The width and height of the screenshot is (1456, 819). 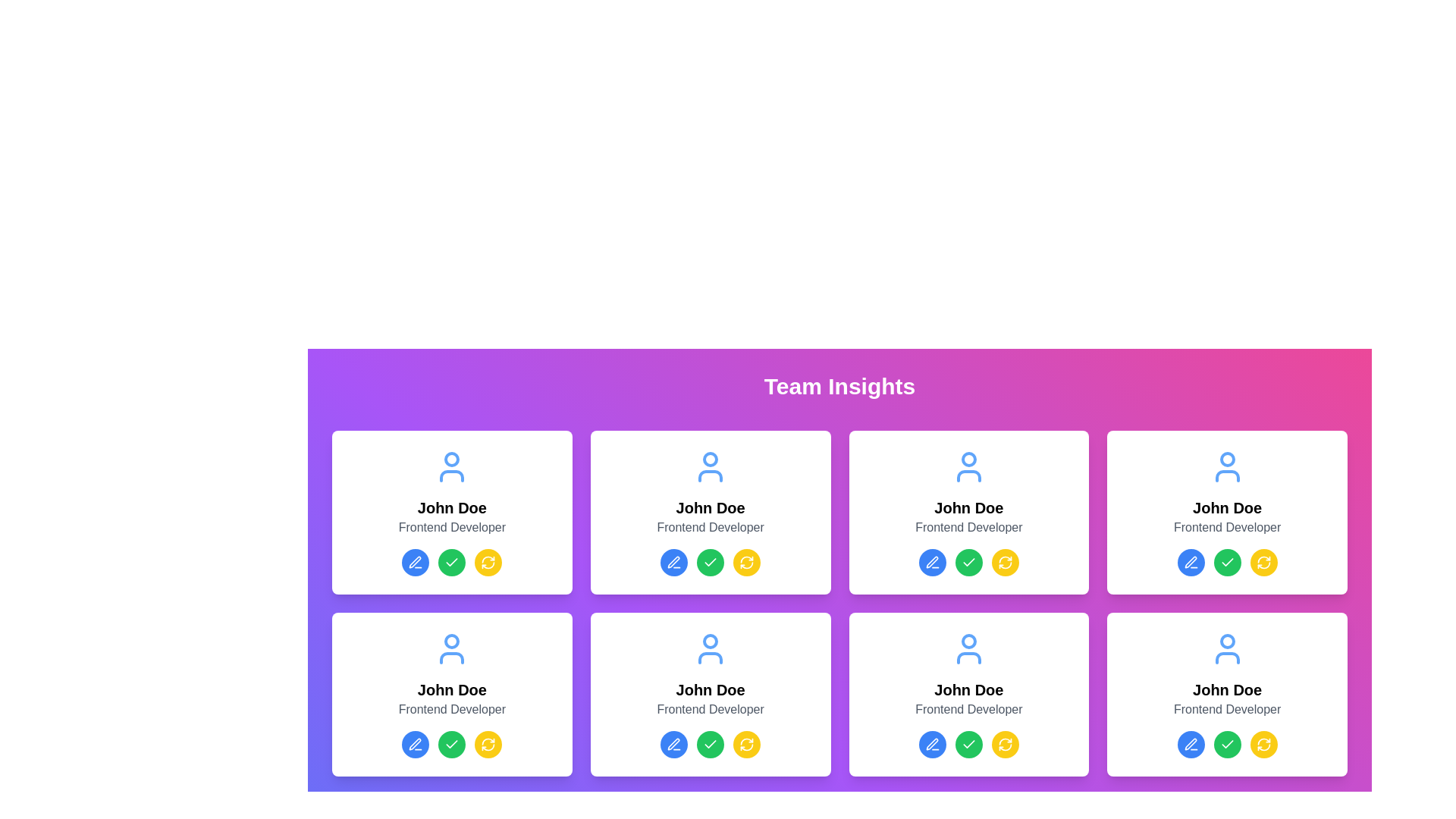 I want to click on the third clickable button located at the bottom-right corner of the bottom-right card in the grid layout, so click(x=1263, y=744).